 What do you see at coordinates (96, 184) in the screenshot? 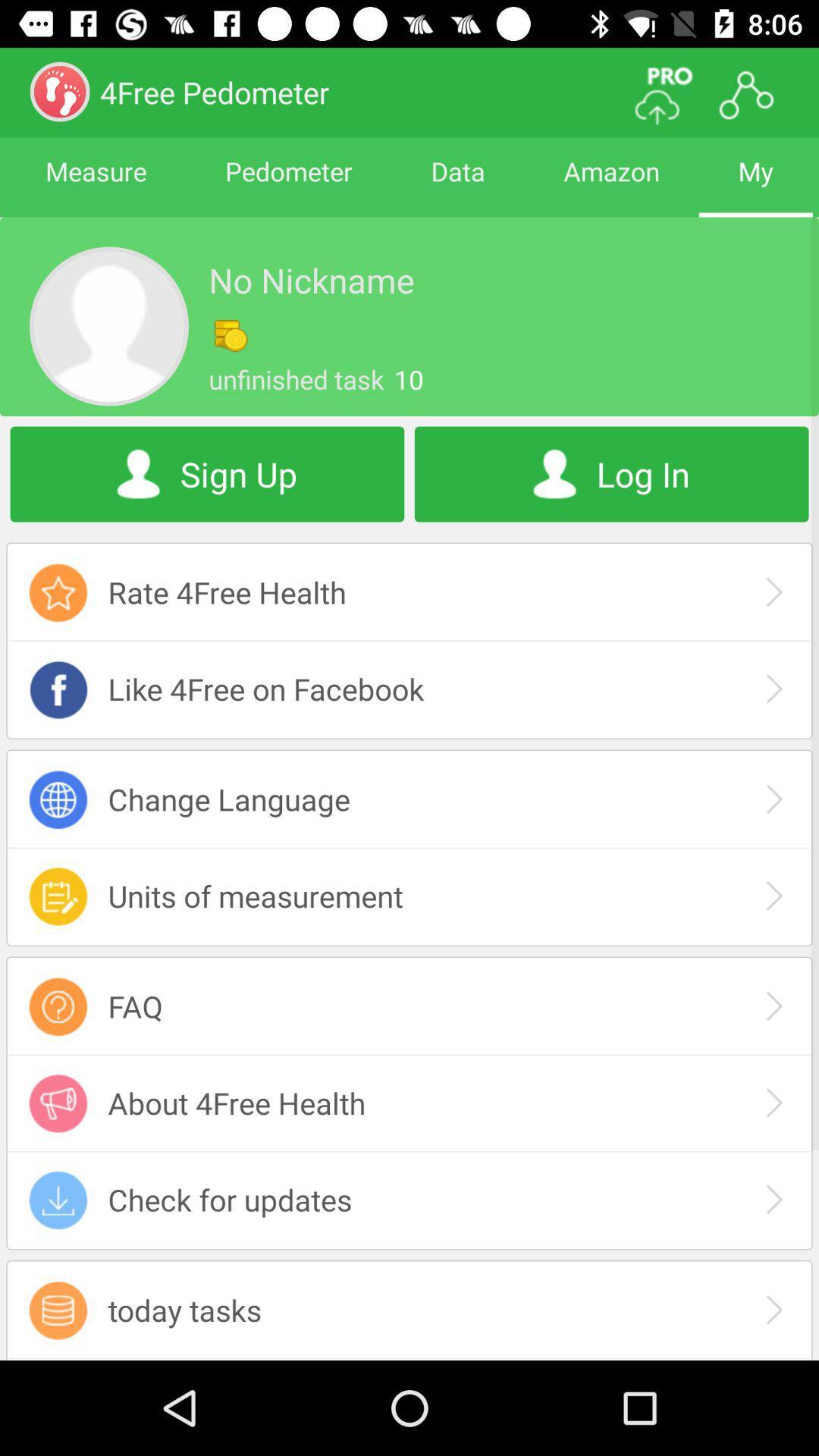
I see `measure item` at bounding box center [96, 184].